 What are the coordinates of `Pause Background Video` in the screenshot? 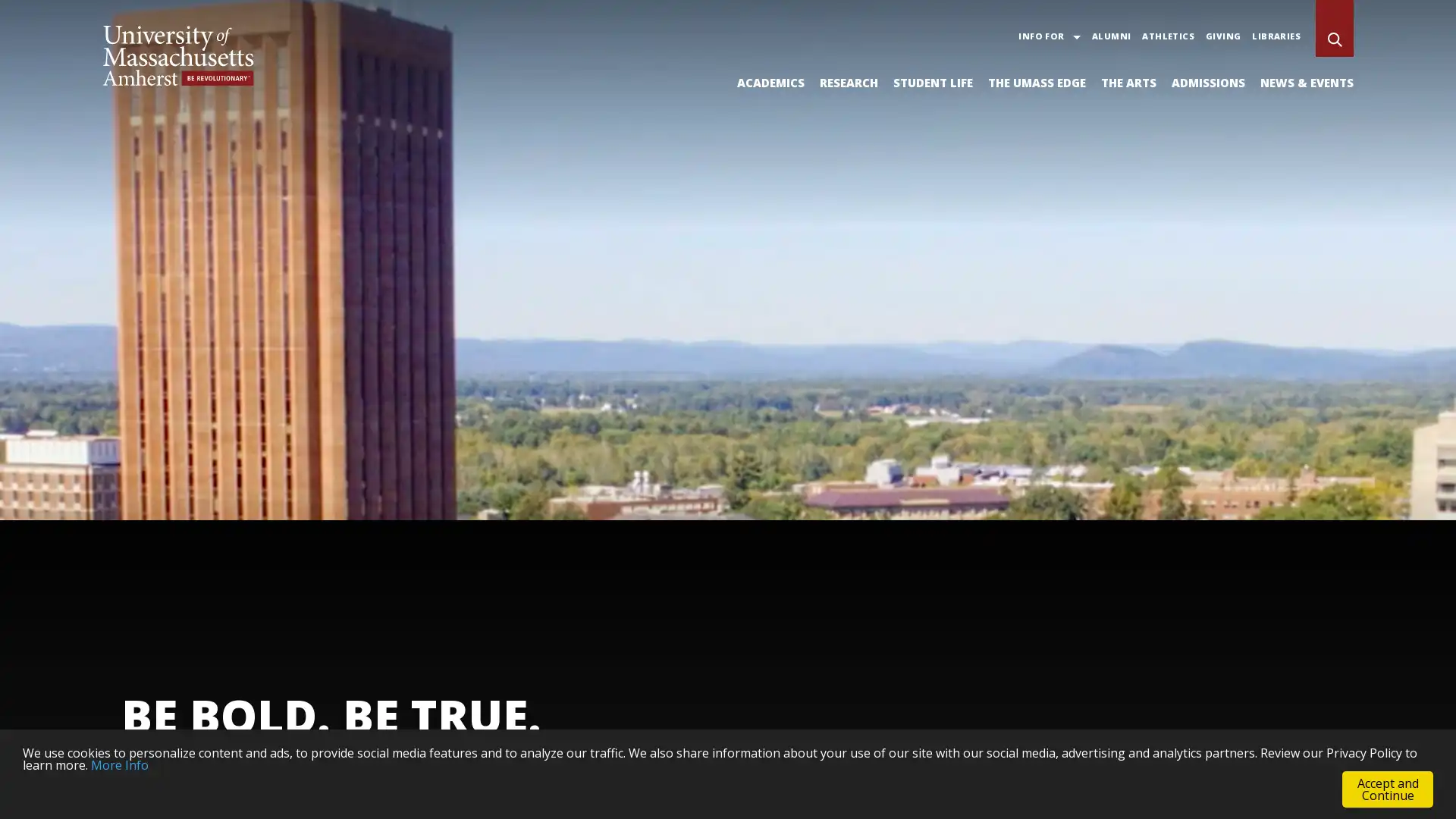 It's located at (1412, 776).